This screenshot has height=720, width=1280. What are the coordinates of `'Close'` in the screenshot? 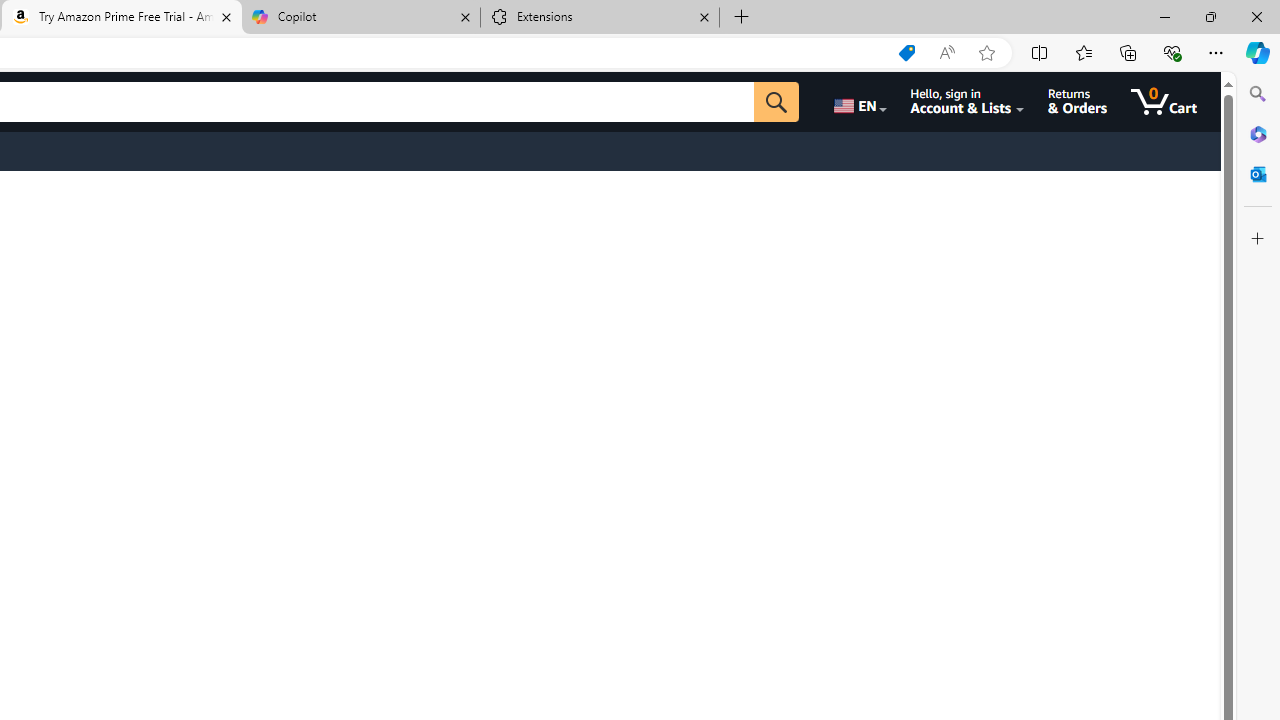 It's located at (1255, 16).